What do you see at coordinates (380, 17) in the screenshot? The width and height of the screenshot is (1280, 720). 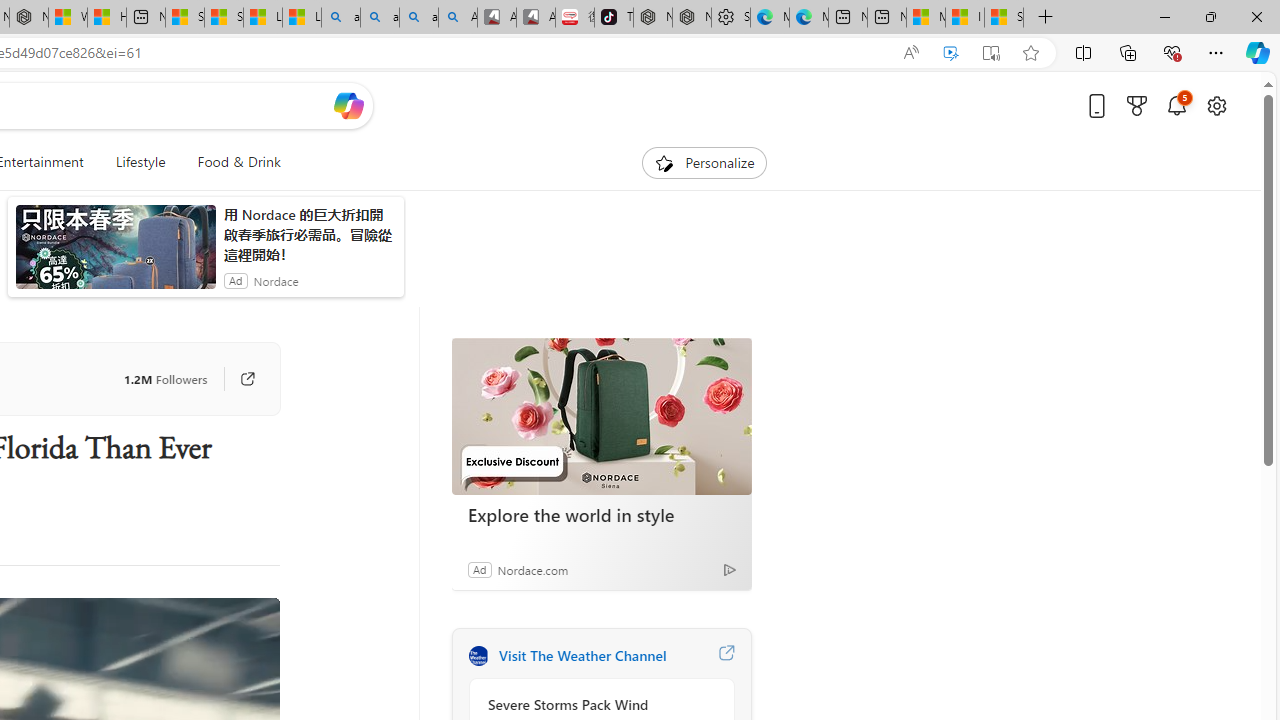 I see `'amazon - Search'` at bounding box center [380, 17].